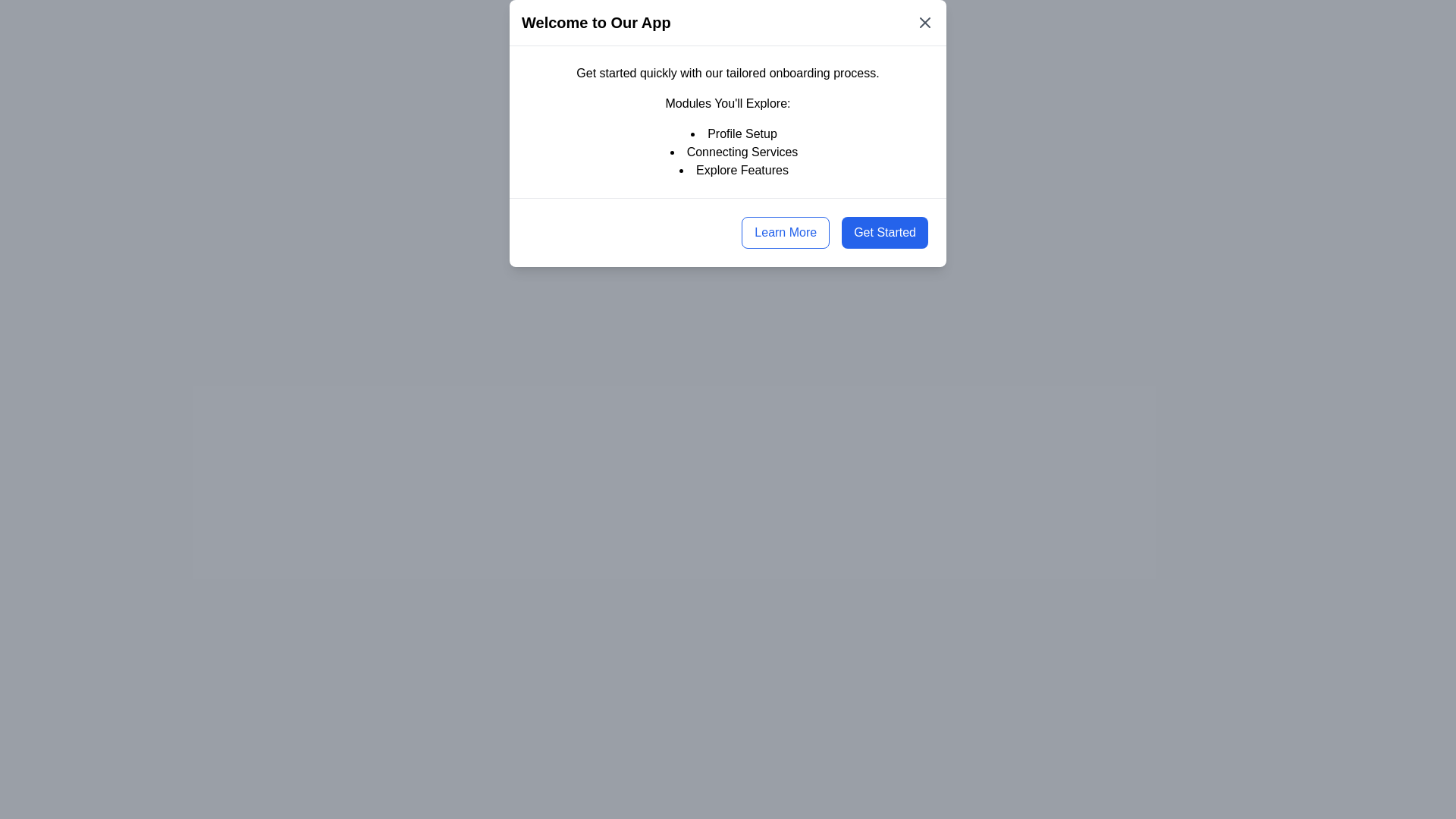 The width and height of the screenshot is (1456, 819). Describe the element at coordinates (734, 133) in the screenshot. I see `the static text item labeled 'Profile Setup', which is the first item in a vertically arranged bulleted list within a modal dialog` at that location.